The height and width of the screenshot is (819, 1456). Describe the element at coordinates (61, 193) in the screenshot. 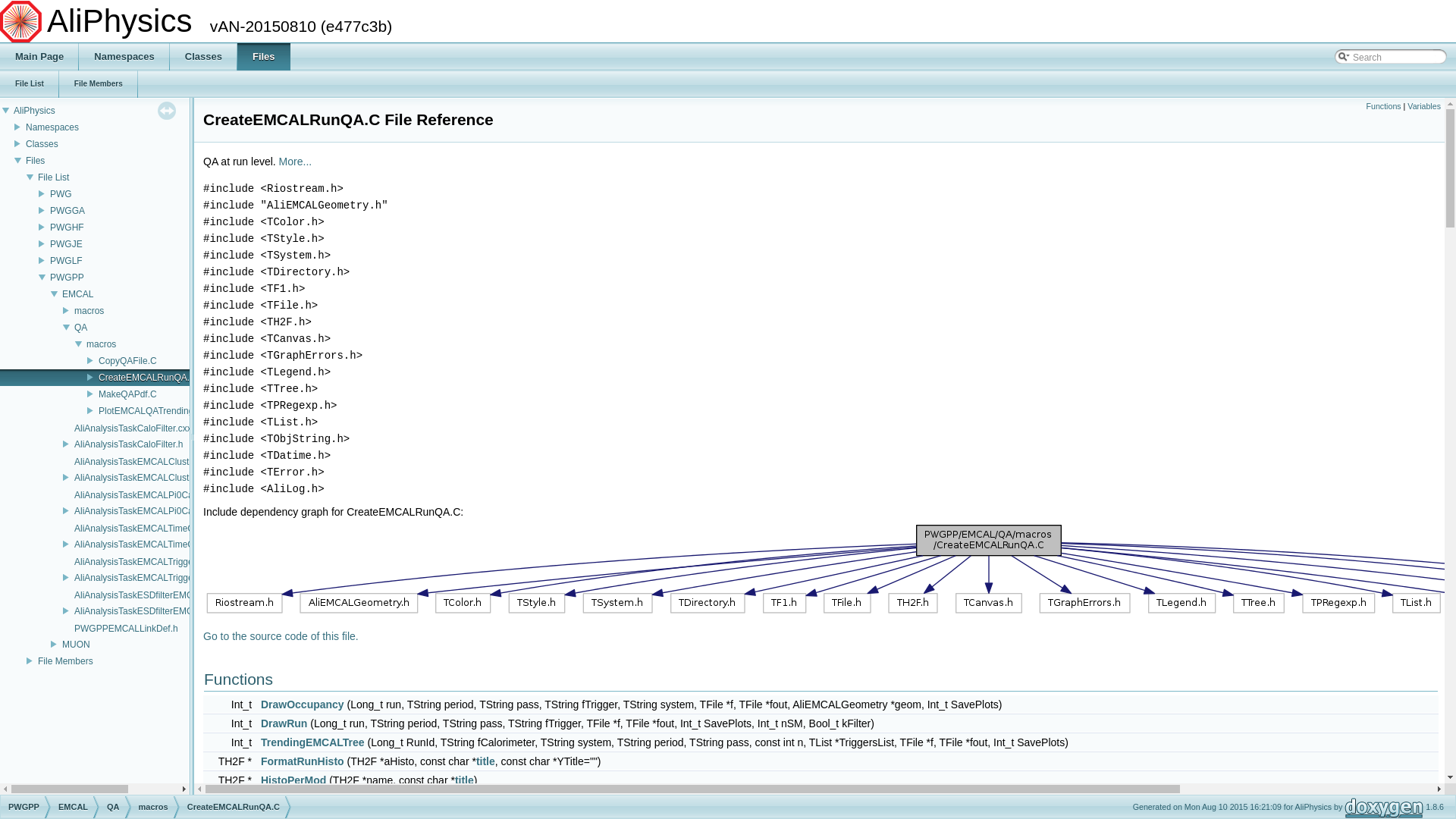

I see `'PWG'` at that location.